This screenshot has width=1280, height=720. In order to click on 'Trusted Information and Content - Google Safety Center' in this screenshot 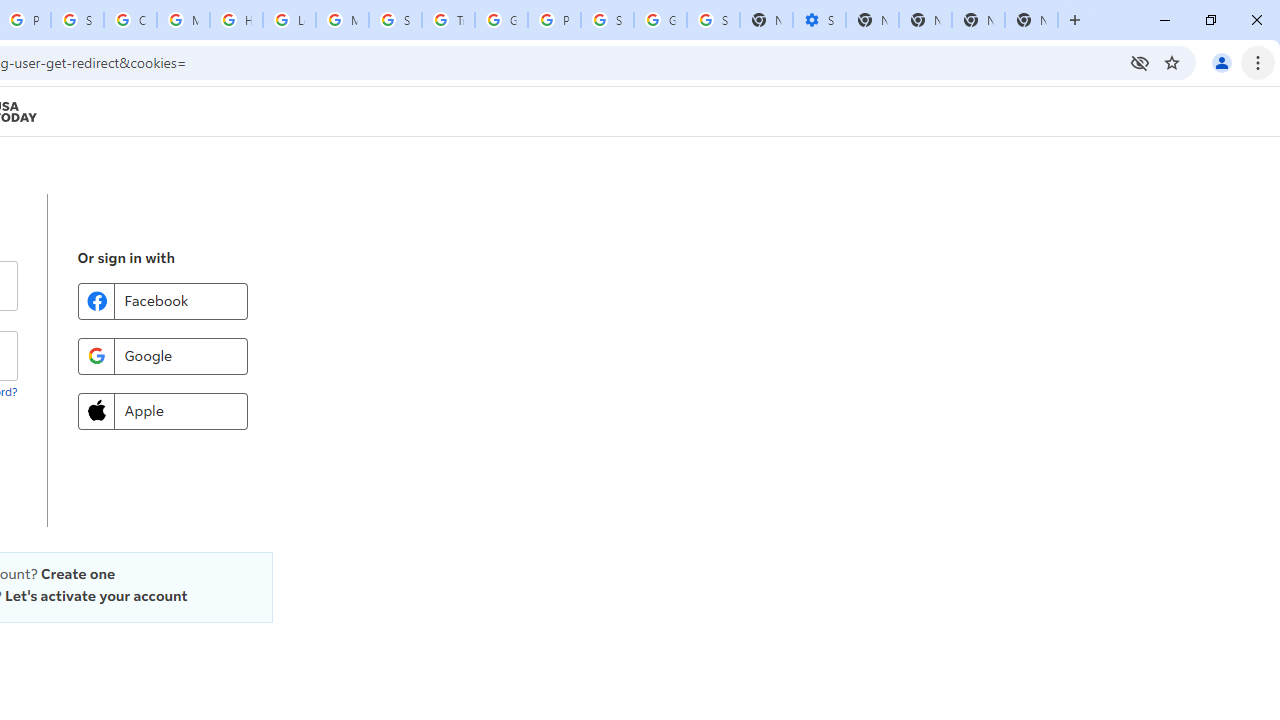, I will do `click(447, 20)`.